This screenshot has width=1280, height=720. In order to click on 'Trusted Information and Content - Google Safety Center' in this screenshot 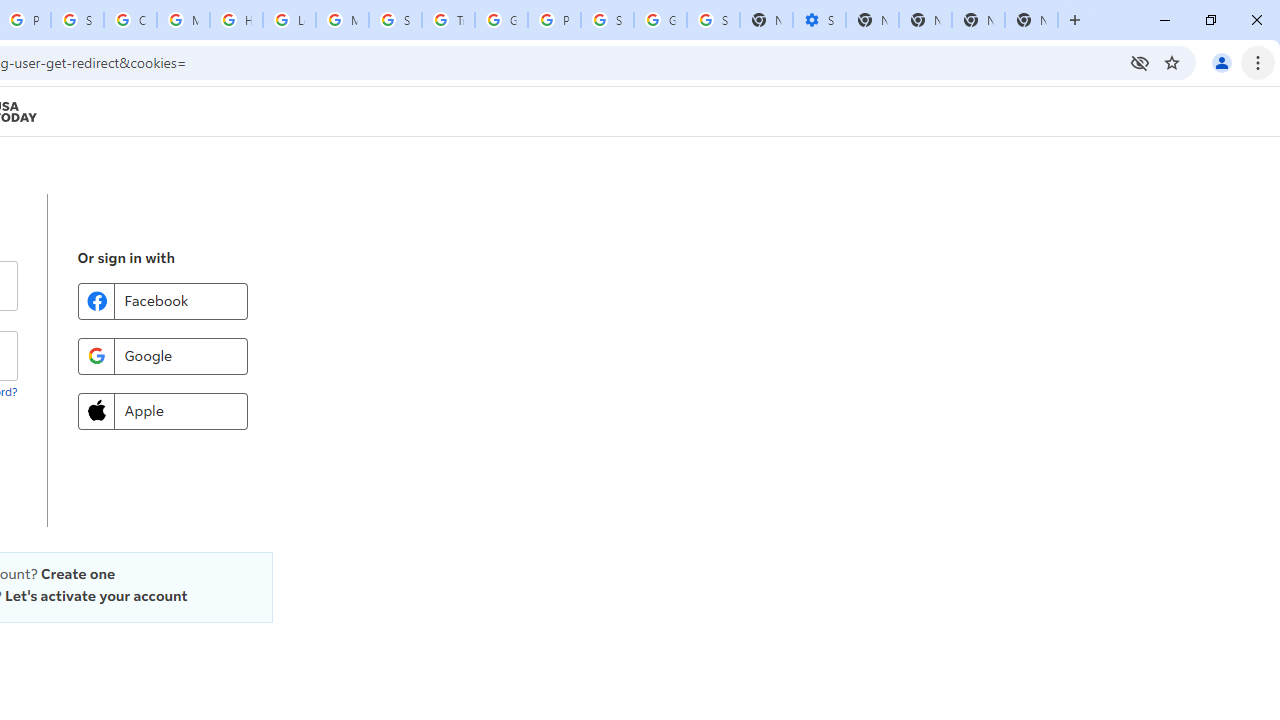, I will do `click(447, 20)`.